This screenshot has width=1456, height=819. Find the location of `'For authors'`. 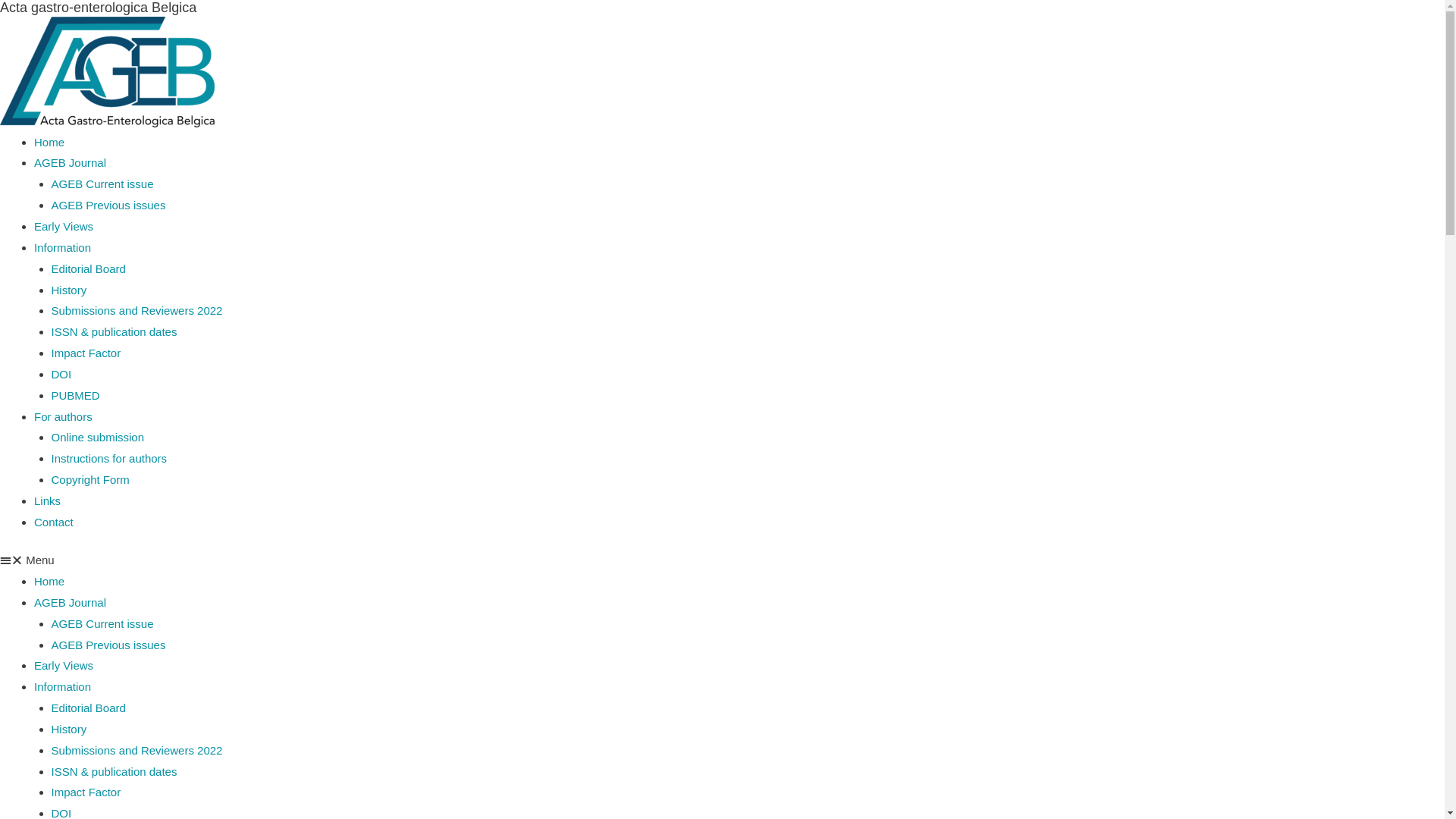

'For authors' is located at coordinates (62, 416).